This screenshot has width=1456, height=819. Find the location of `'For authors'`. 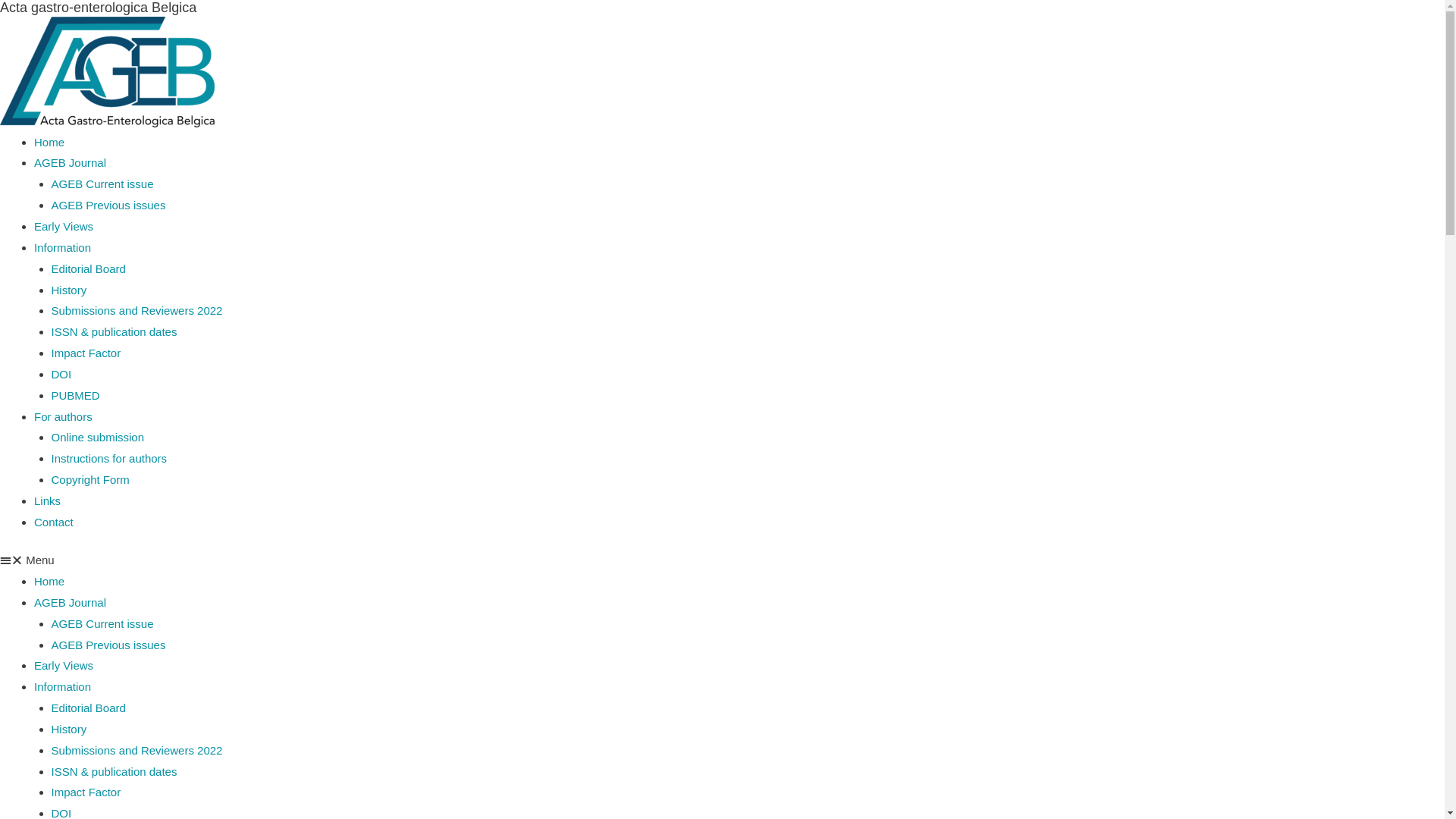

'For authors' is located at coordinates (62, 416).